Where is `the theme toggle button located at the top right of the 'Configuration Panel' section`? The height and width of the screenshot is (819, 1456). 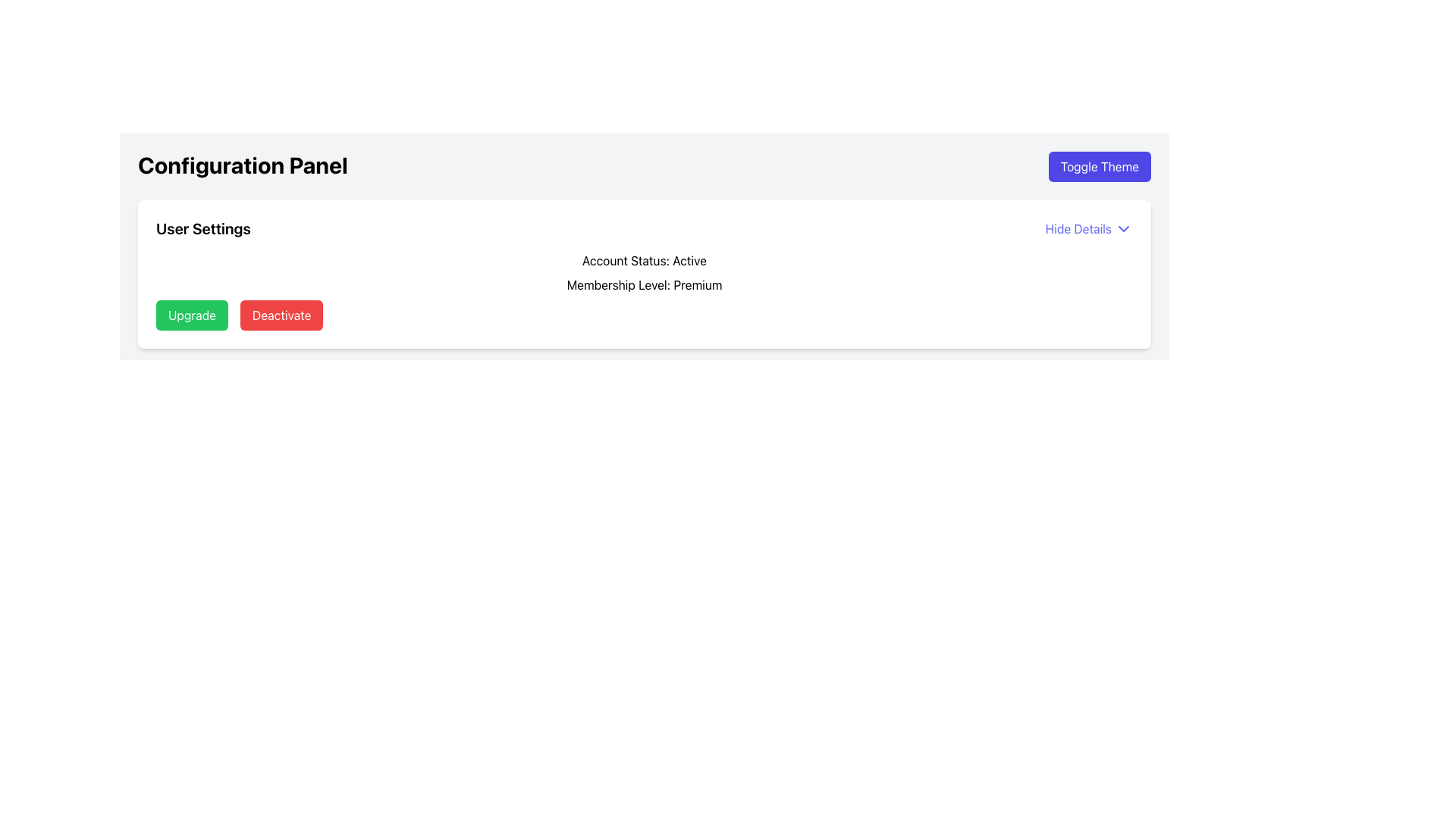 the theme toggle button located at the top right of the 'Configuration Panel' section is located at coordinates (1100, 166).